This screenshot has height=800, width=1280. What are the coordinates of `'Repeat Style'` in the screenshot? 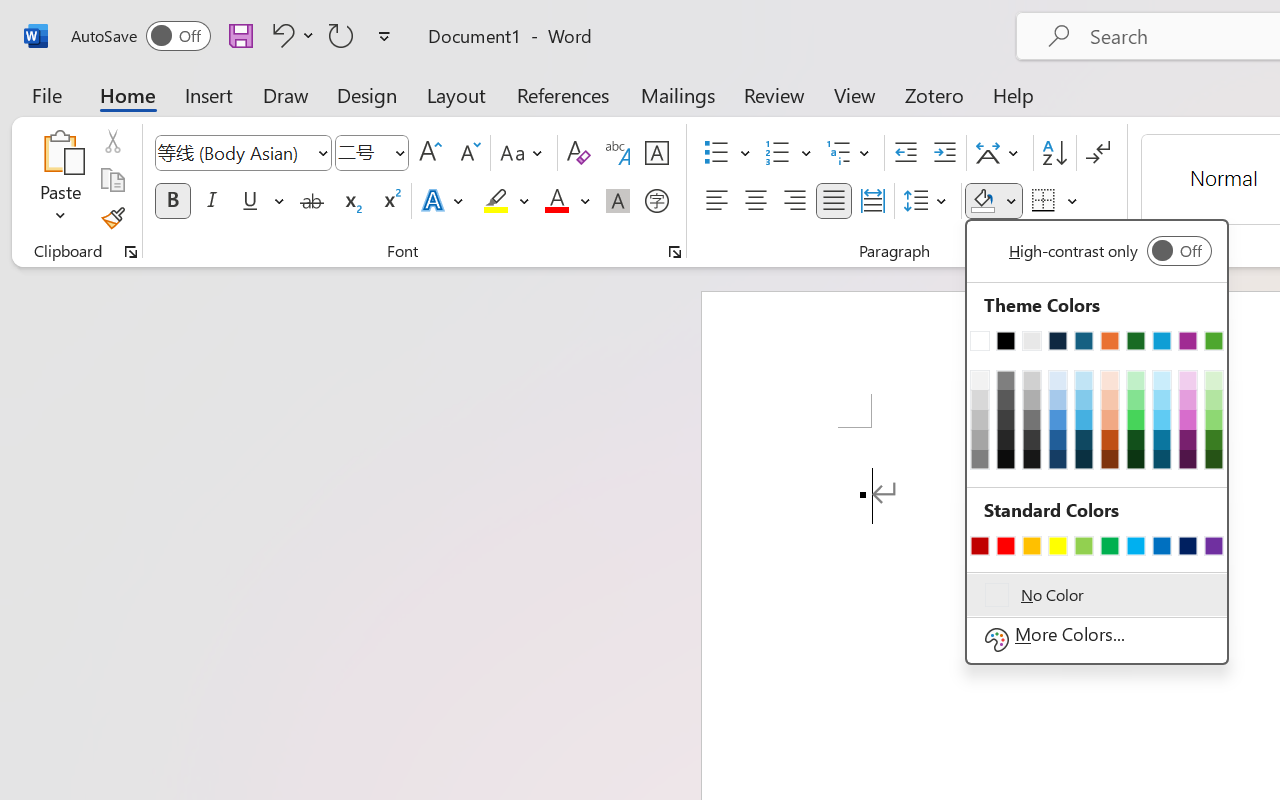 It's located at (341, 34).